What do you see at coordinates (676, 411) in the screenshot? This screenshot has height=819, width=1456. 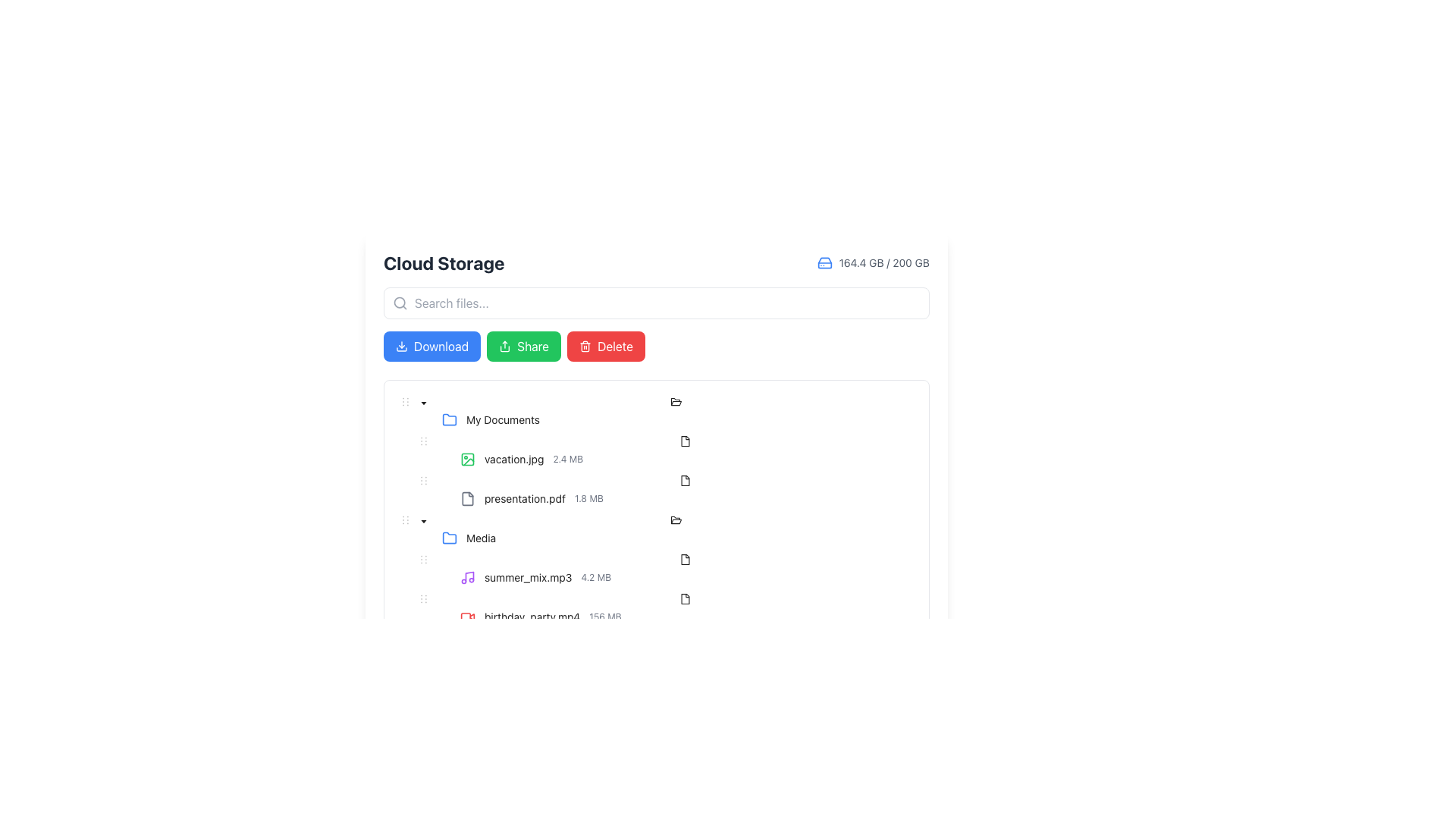 I see `the 'My Documents' folder element` at bounding box center [676, 411].